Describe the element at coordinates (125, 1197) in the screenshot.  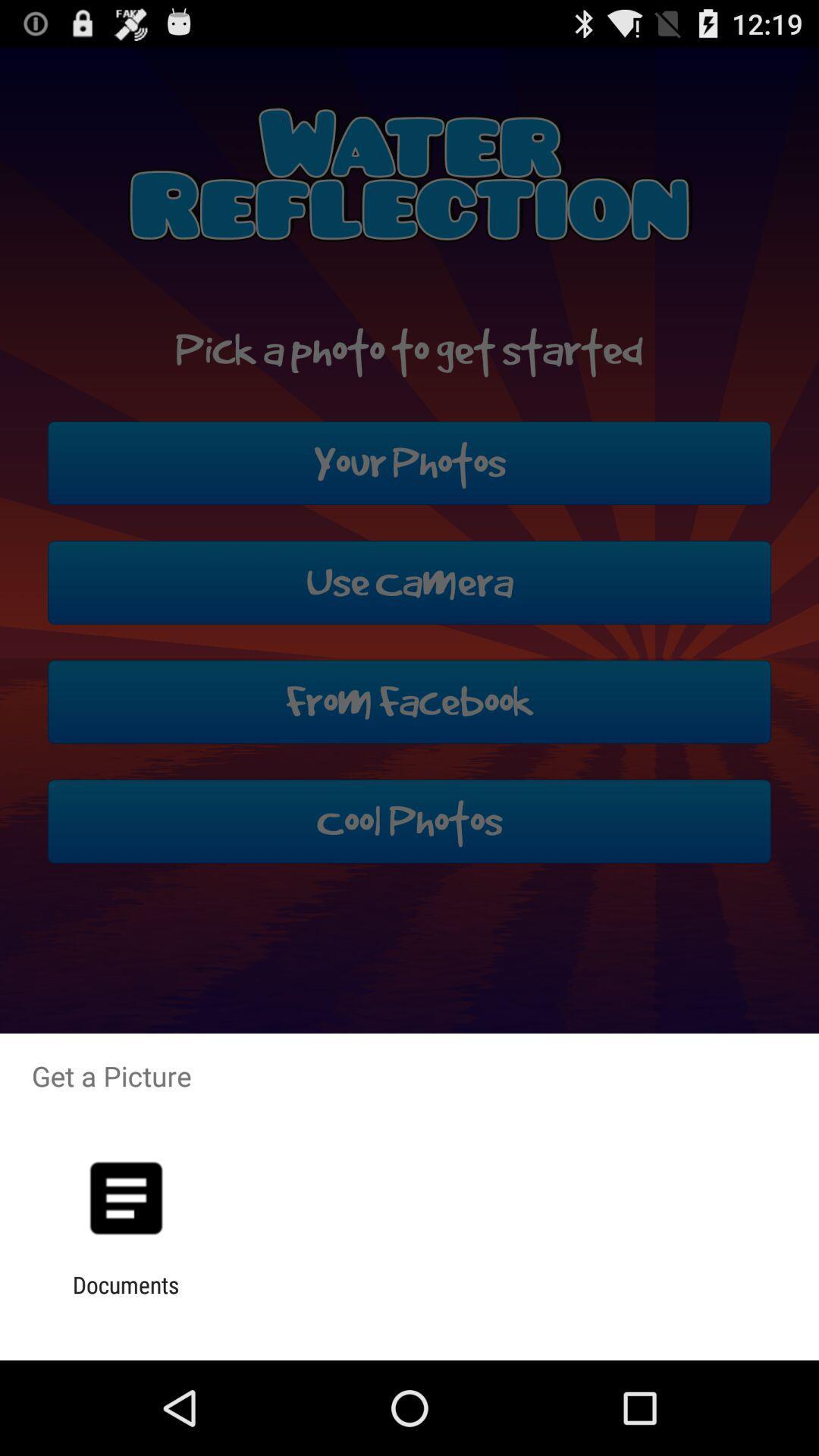
I see `the icon below the get a picture item` at that location.